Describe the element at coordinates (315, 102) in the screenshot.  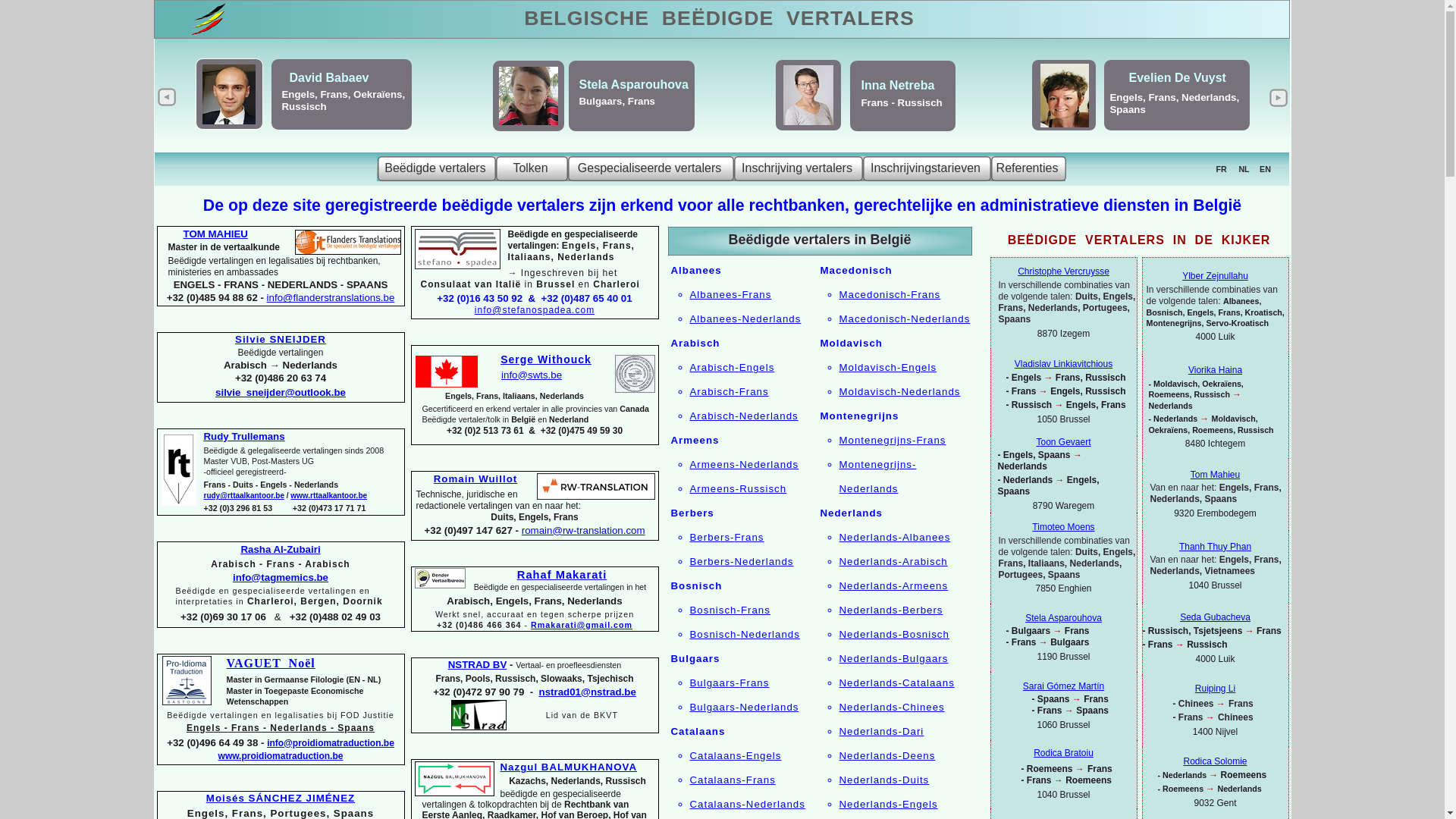
I see `'Dari, Farsi / Perzisch, Frans'` at that location.